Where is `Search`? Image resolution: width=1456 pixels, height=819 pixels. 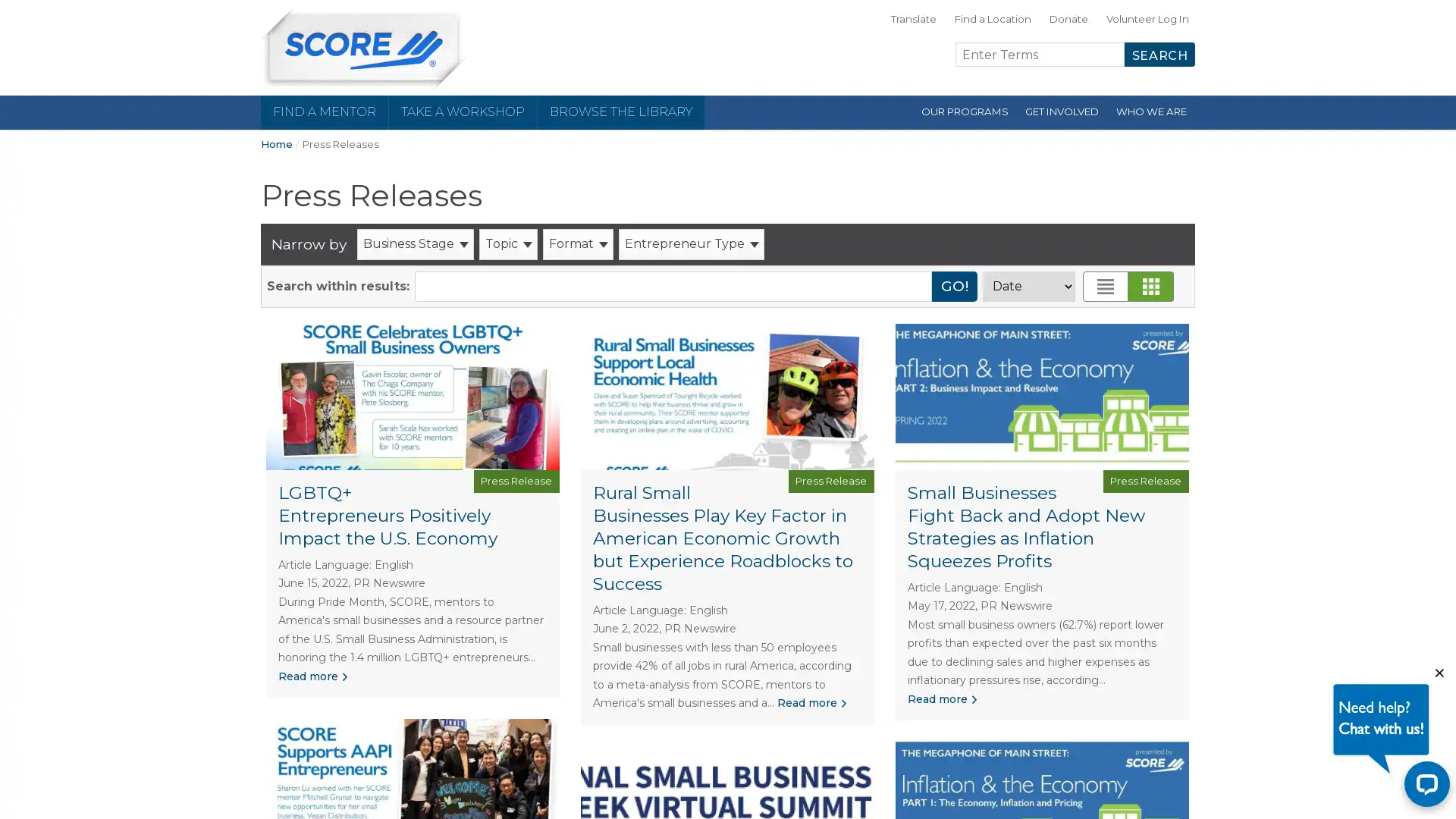 Search is located at coordinates (1159, 54).